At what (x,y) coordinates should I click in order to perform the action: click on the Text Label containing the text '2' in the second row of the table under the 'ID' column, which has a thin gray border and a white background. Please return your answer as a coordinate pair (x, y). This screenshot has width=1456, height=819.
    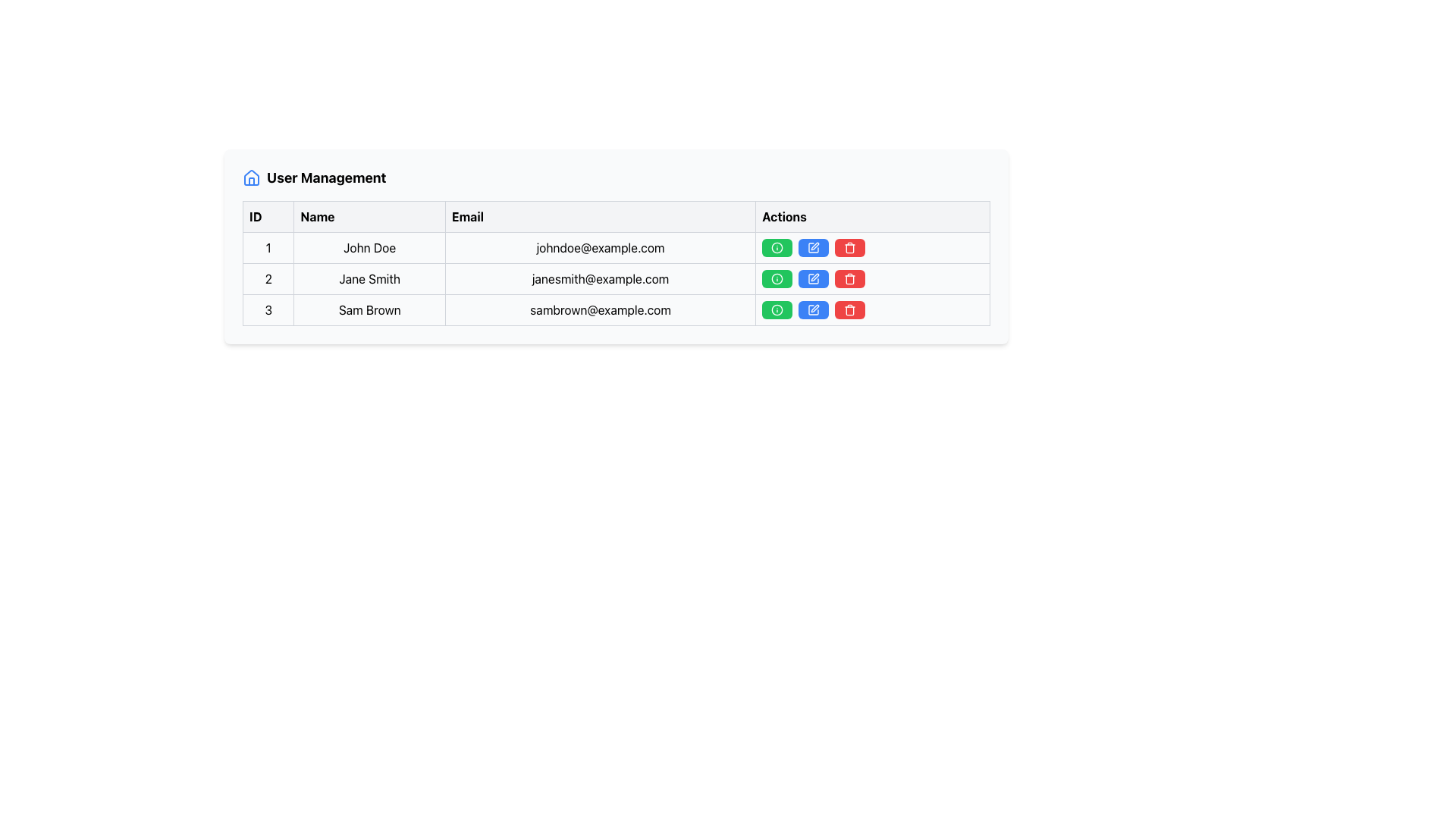
    Looking at the image, I should click on (268, 278).